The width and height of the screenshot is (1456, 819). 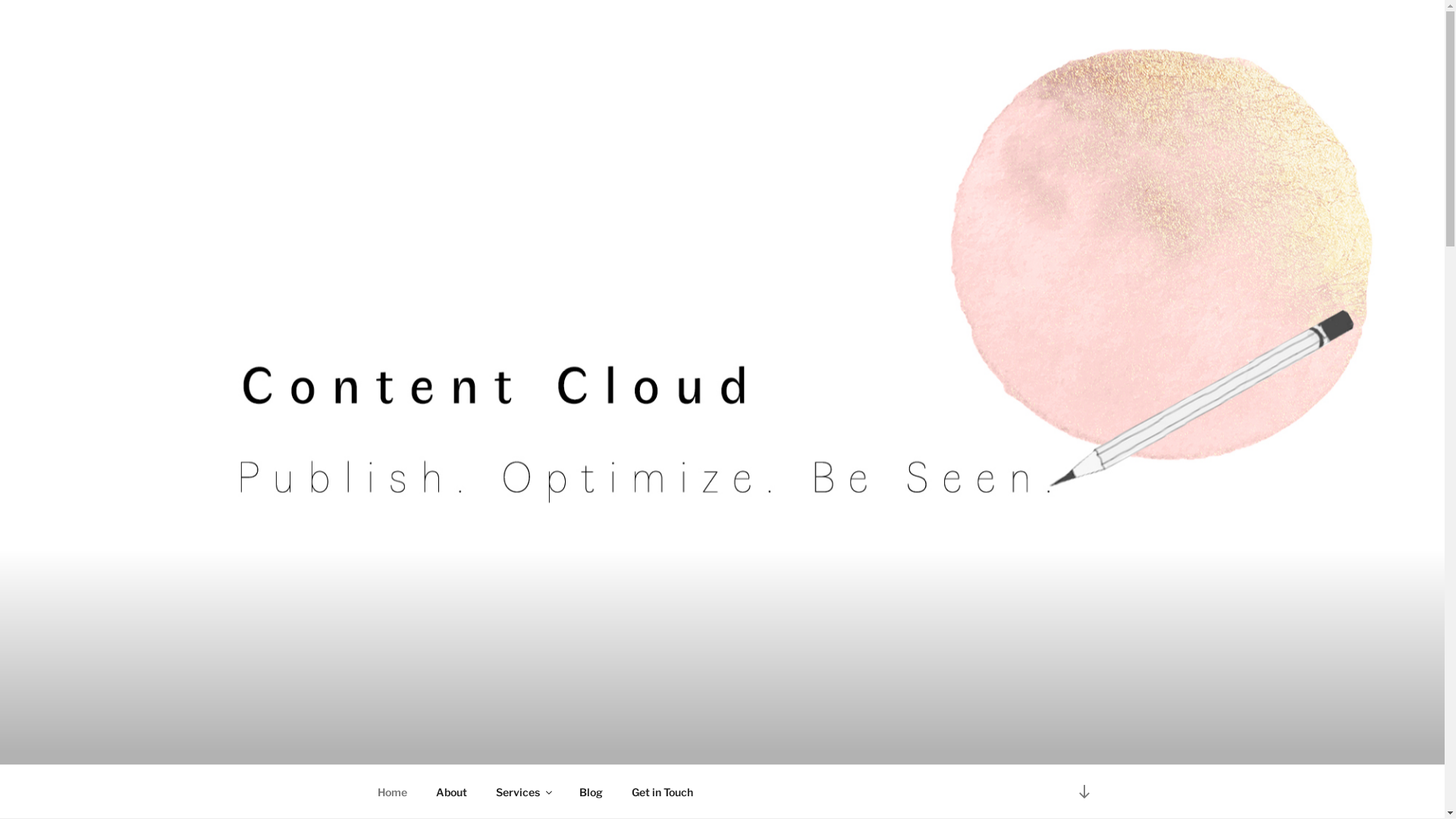 I want to click on 'Home', so click(x=392, y=791).